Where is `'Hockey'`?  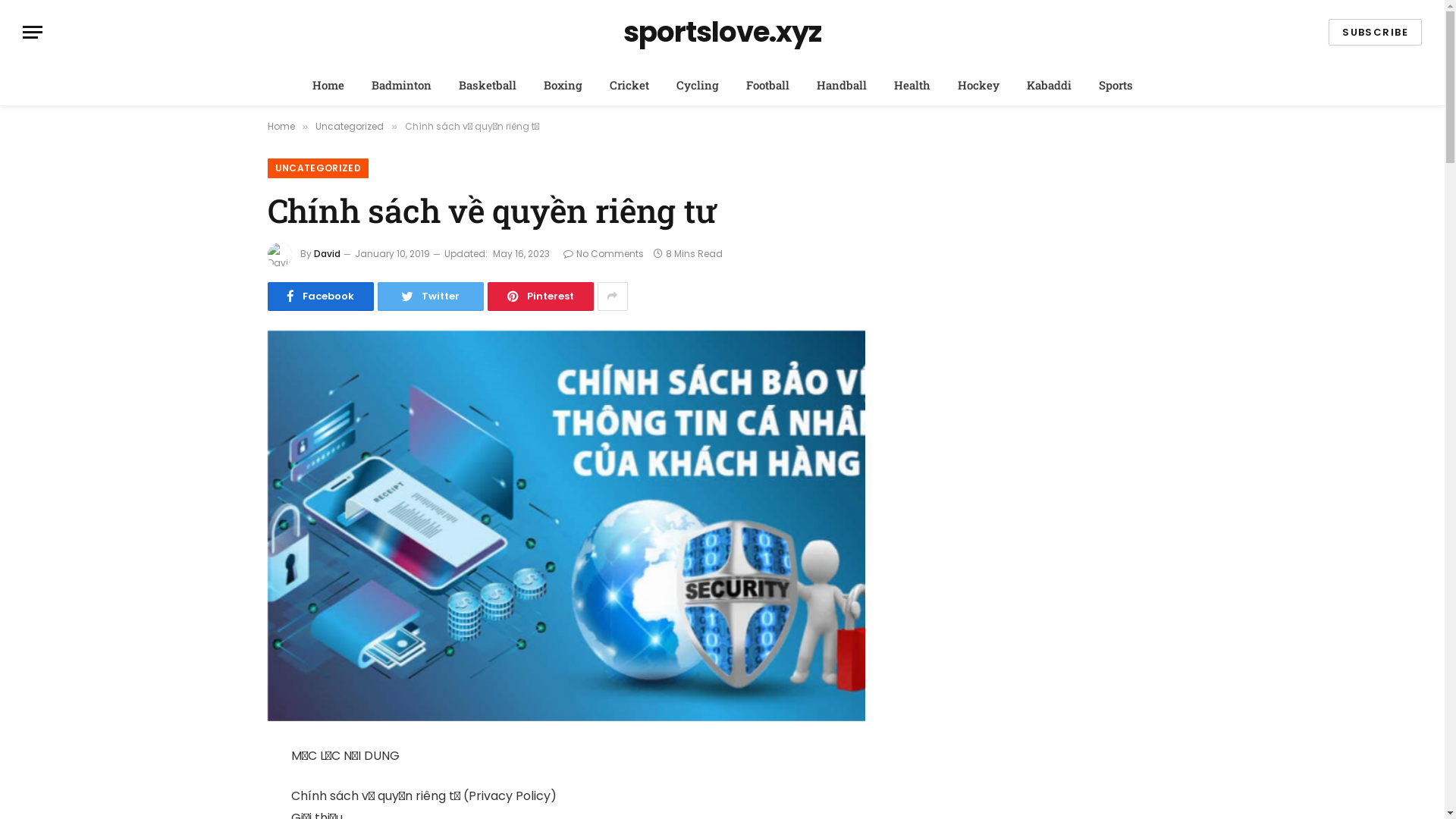
'Hockey' is located at coordinates (977, 84).